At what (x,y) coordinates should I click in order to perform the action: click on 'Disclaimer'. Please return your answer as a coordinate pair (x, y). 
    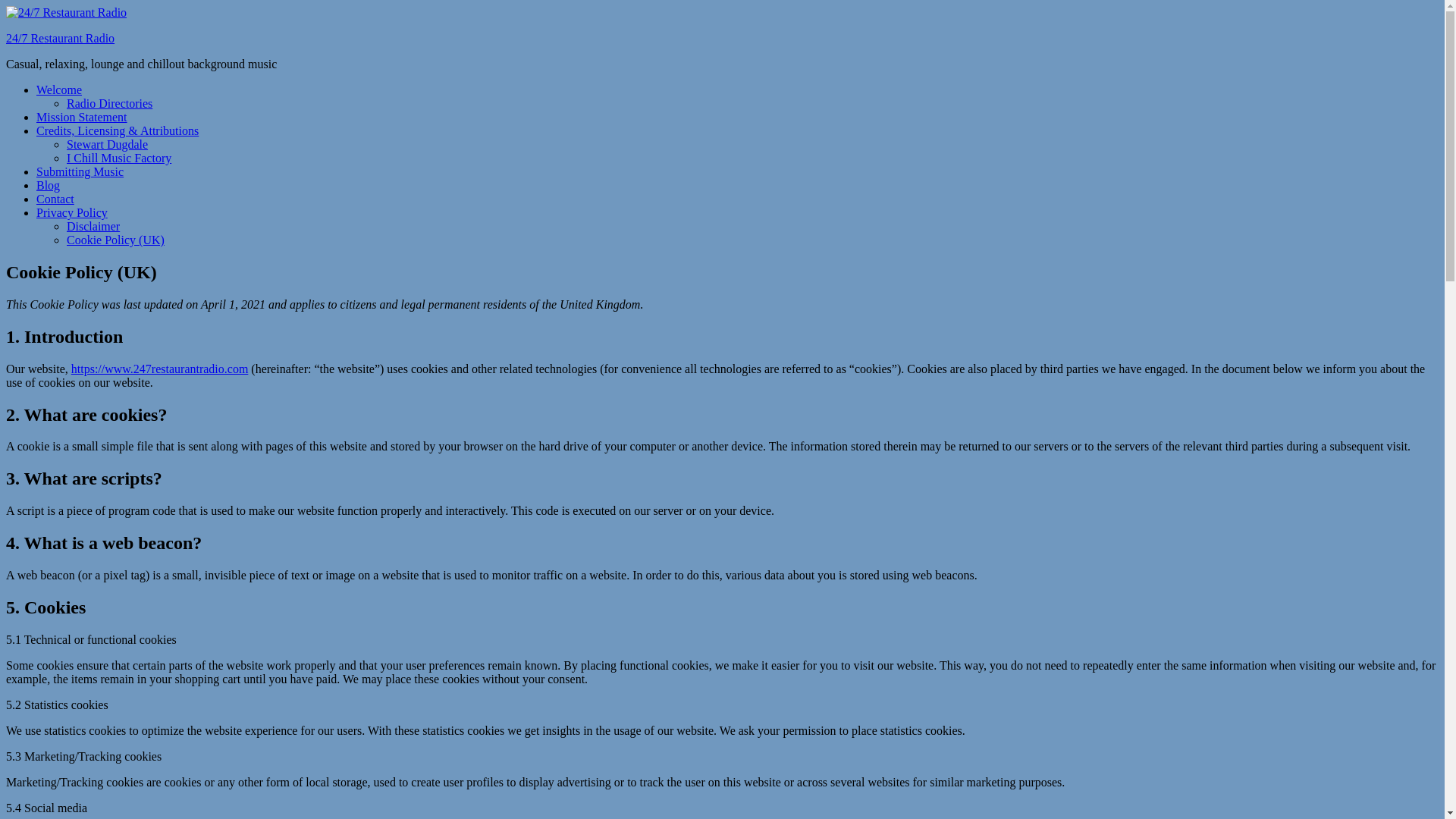
    Looking at the image, I should click on (93, 226).